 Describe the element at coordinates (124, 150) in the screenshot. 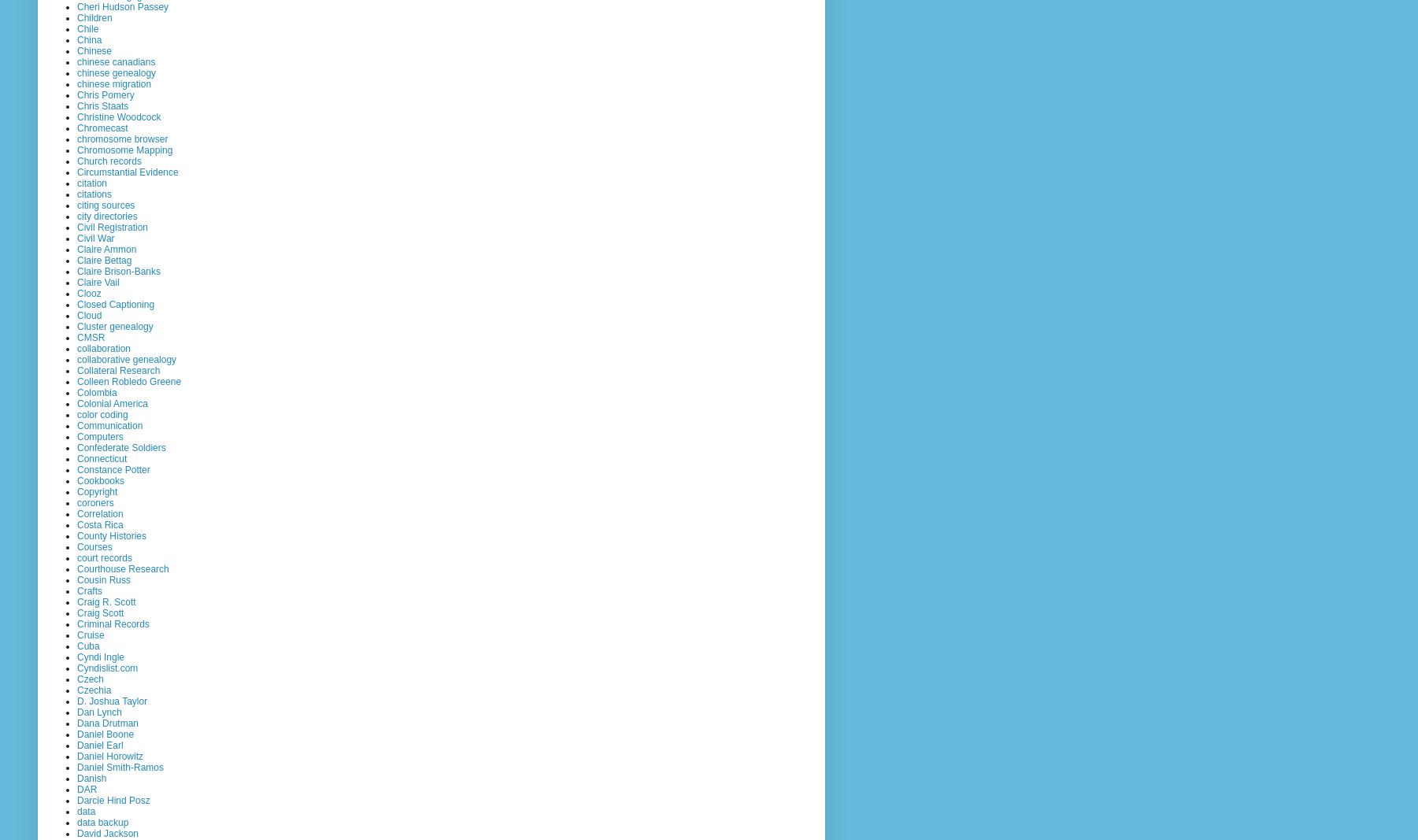

I see `'Chromosome Mapping'` at that location.